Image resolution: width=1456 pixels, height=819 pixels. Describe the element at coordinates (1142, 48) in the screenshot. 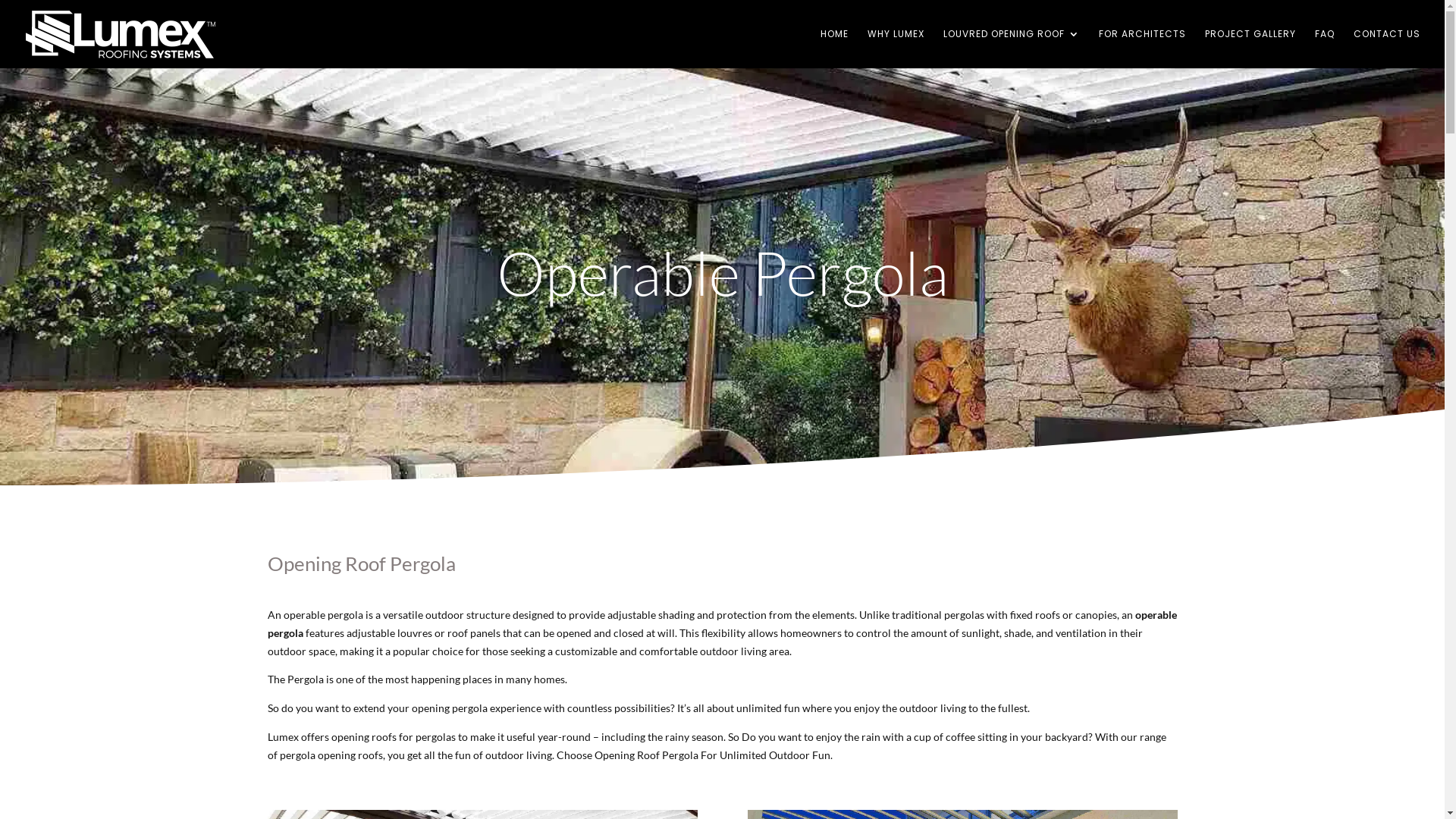

I see `'FOR ARCHITECTS'` at that location.